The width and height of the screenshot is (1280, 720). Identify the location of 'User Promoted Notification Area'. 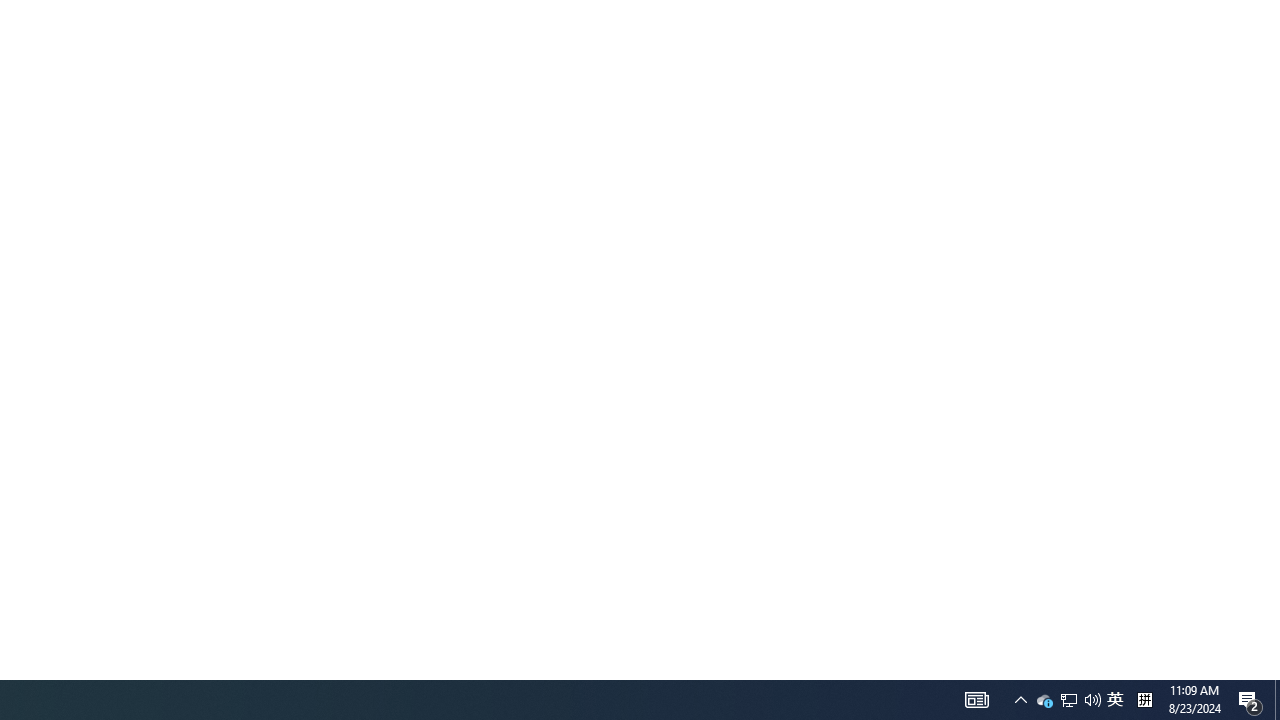
(1020, 698).